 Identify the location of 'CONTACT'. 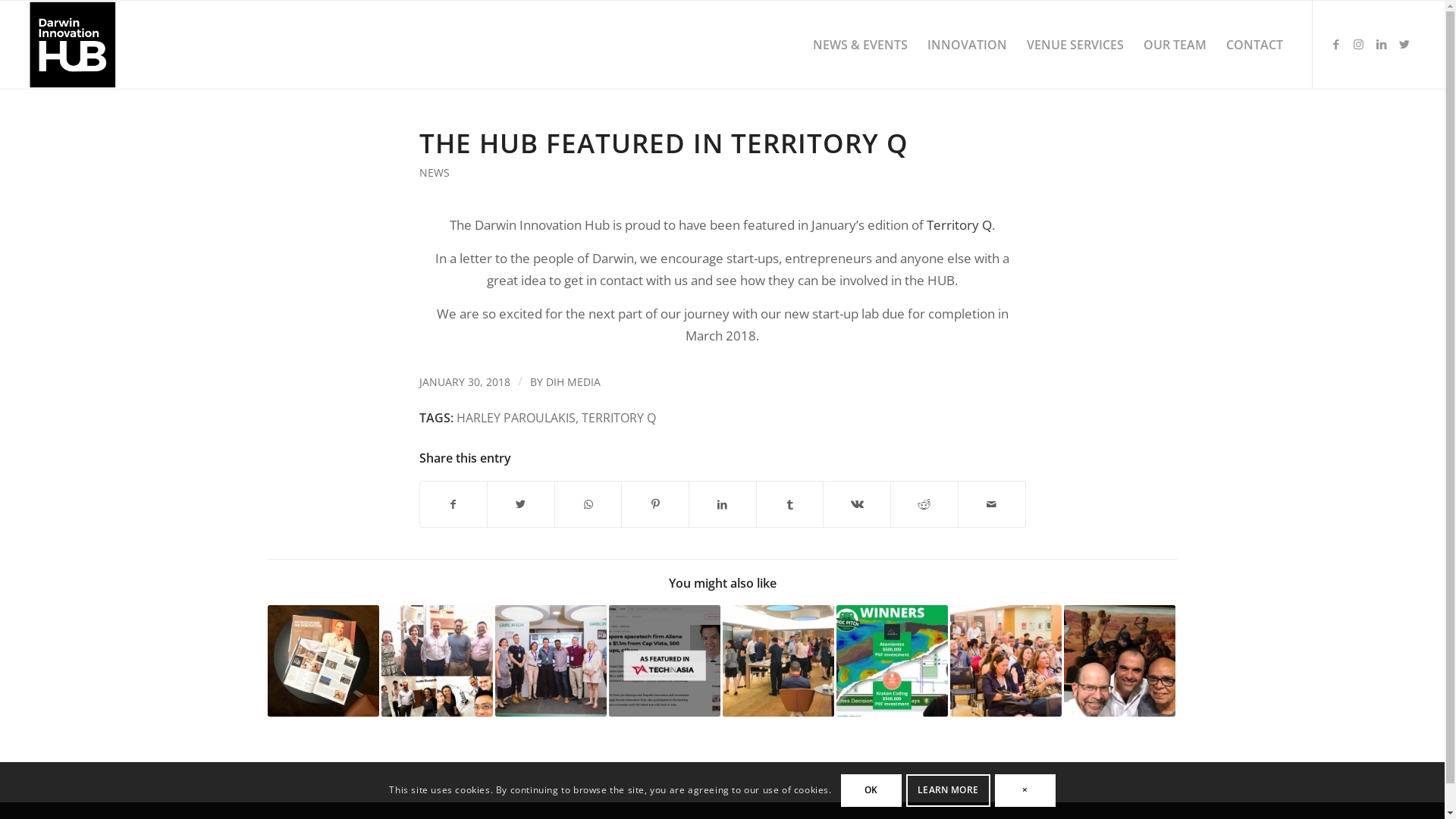
(1254, 43).